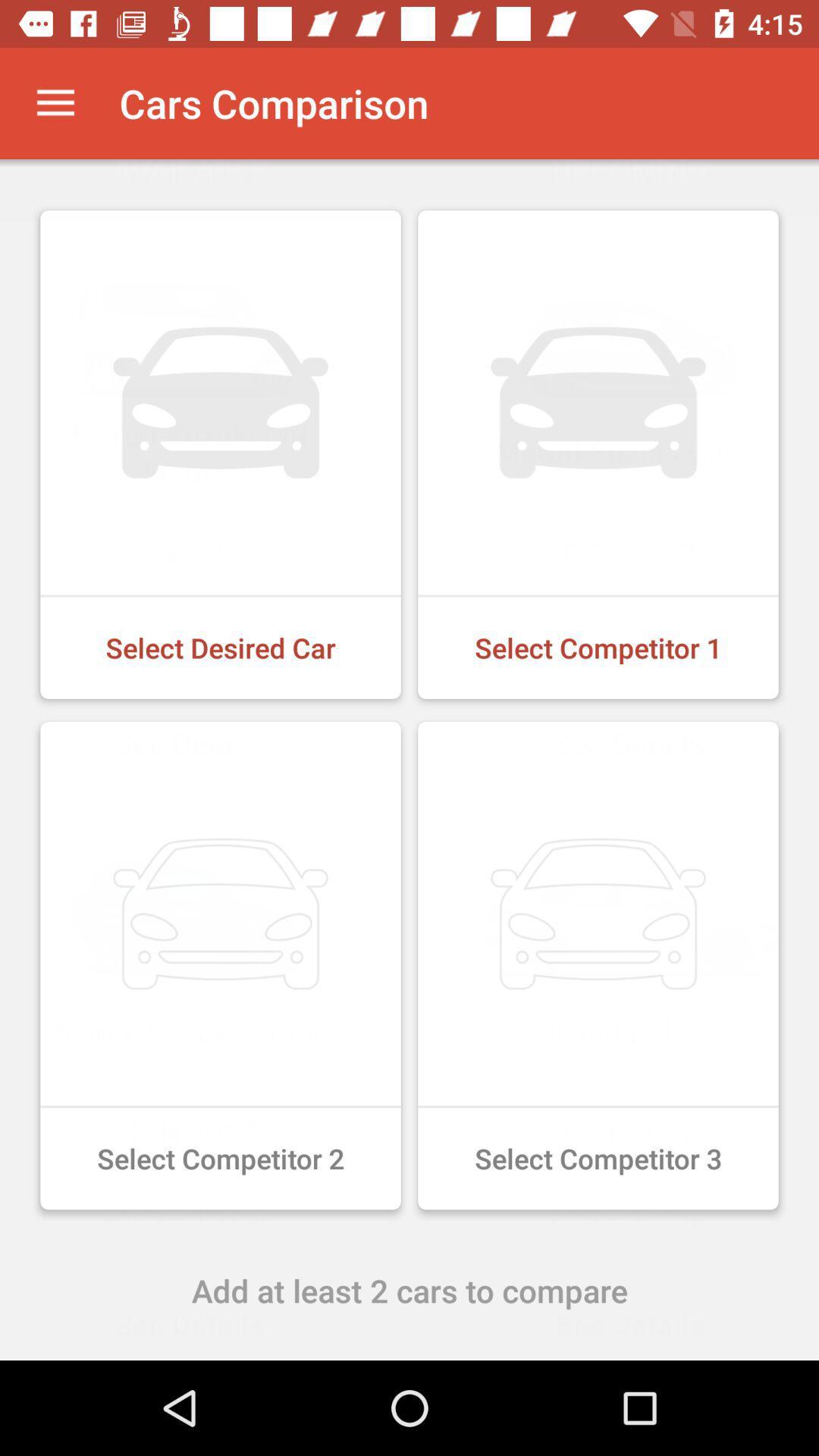 The height and width of the screenshot is (1456, 819). What do you see at coordinates (55, 102) in the screenshot?
I see `app next to the cars comparison` at bounding box center [55, 102].